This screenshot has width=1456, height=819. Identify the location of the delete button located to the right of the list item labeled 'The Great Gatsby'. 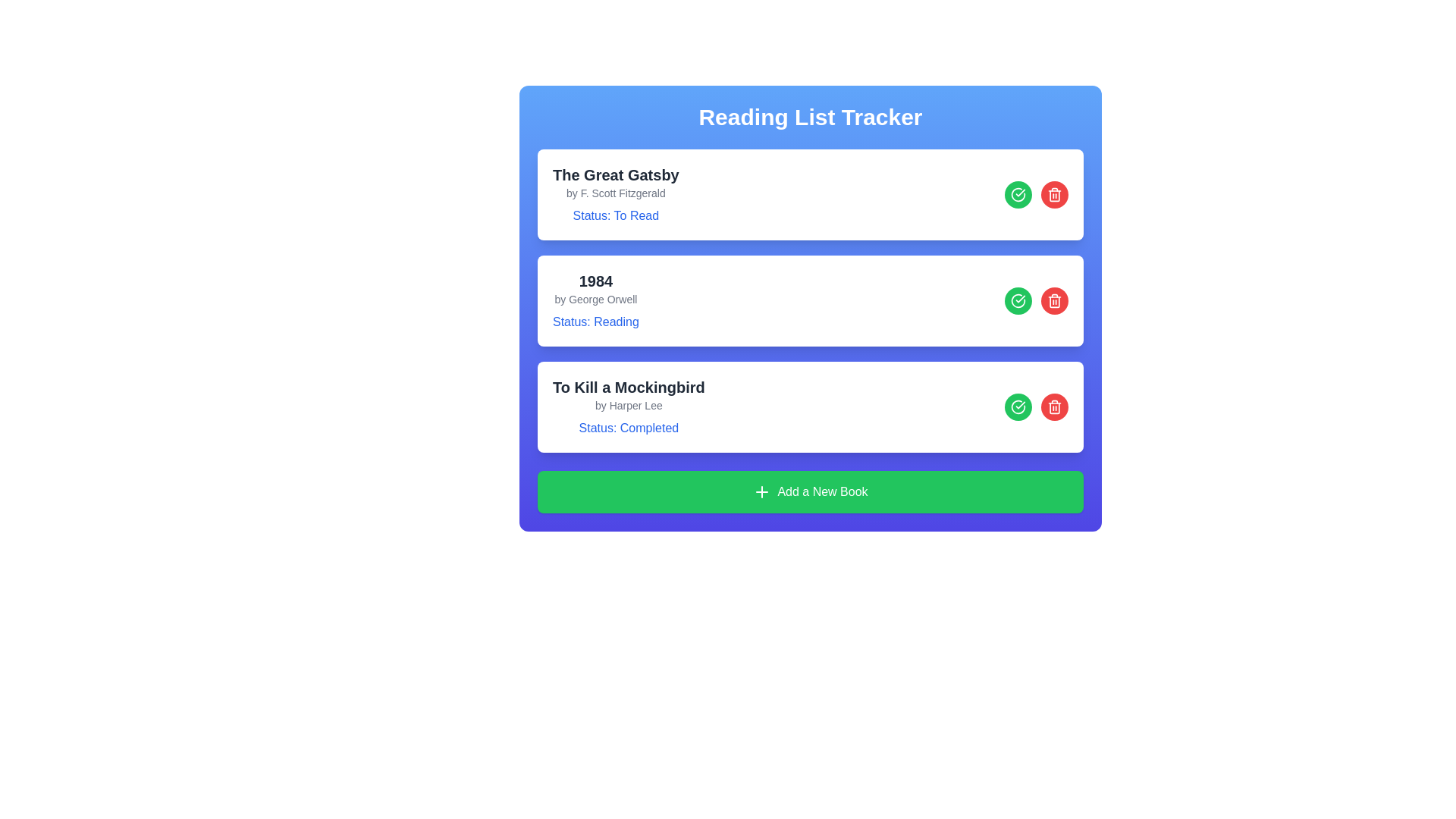
(1054, 194).